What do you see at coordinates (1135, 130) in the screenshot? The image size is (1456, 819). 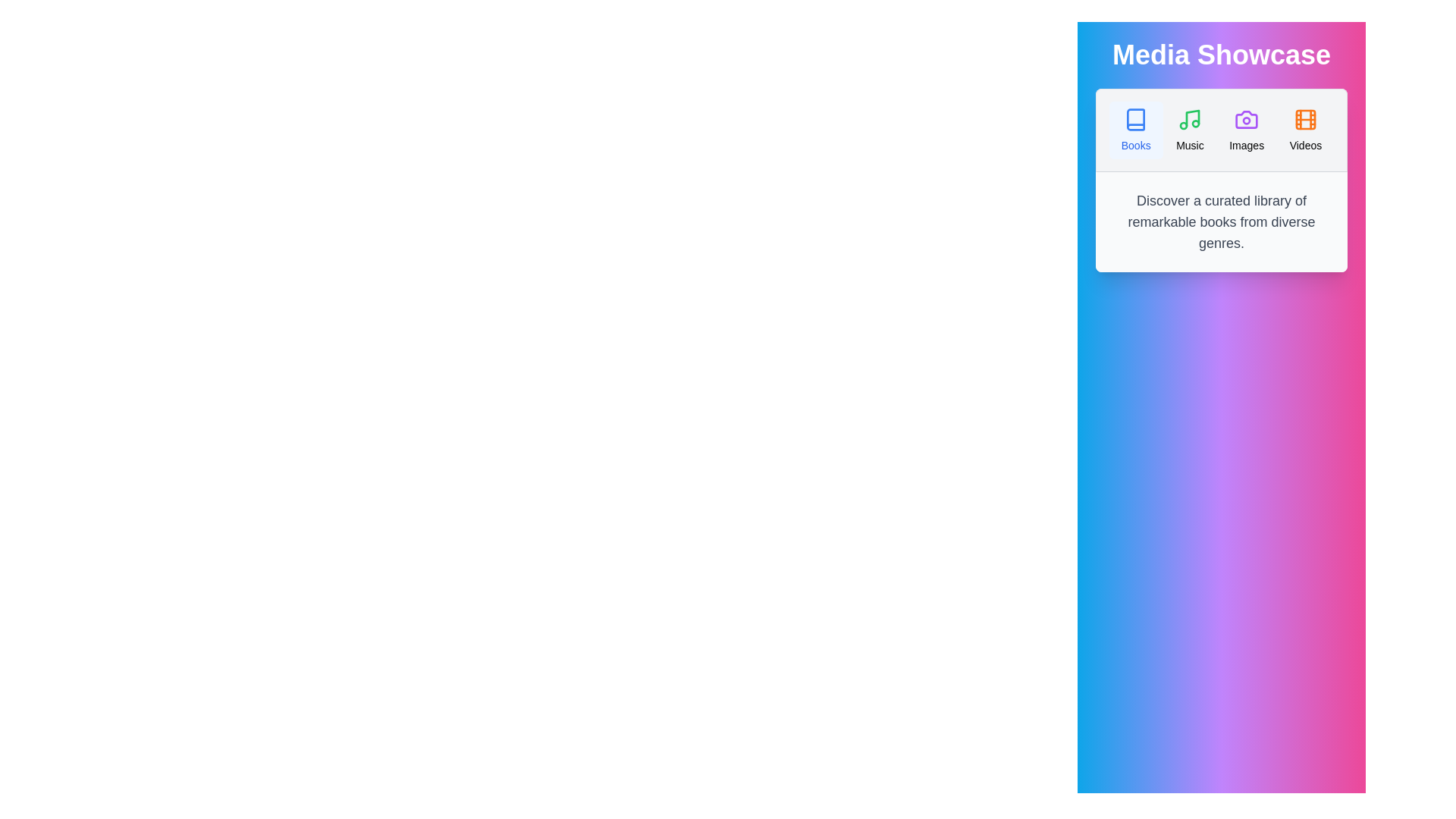 I see `the media category Books by clicking its icon` at bounding box center [1135, 130].